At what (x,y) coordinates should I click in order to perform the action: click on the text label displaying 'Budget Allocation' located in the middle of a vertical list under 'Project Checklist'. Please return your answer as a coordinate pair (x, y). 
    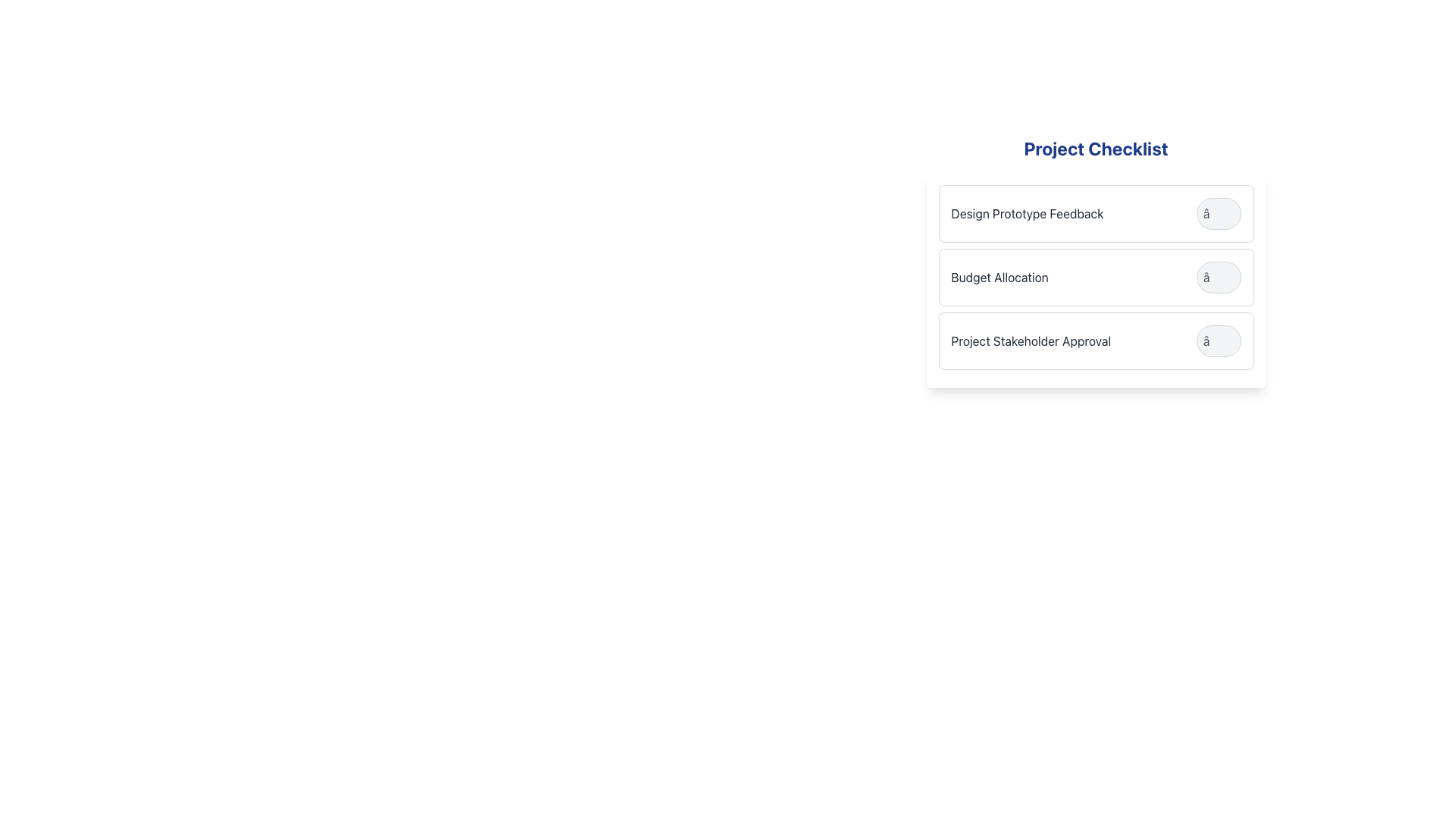
    Looking at the image, I should click on (999, 278).